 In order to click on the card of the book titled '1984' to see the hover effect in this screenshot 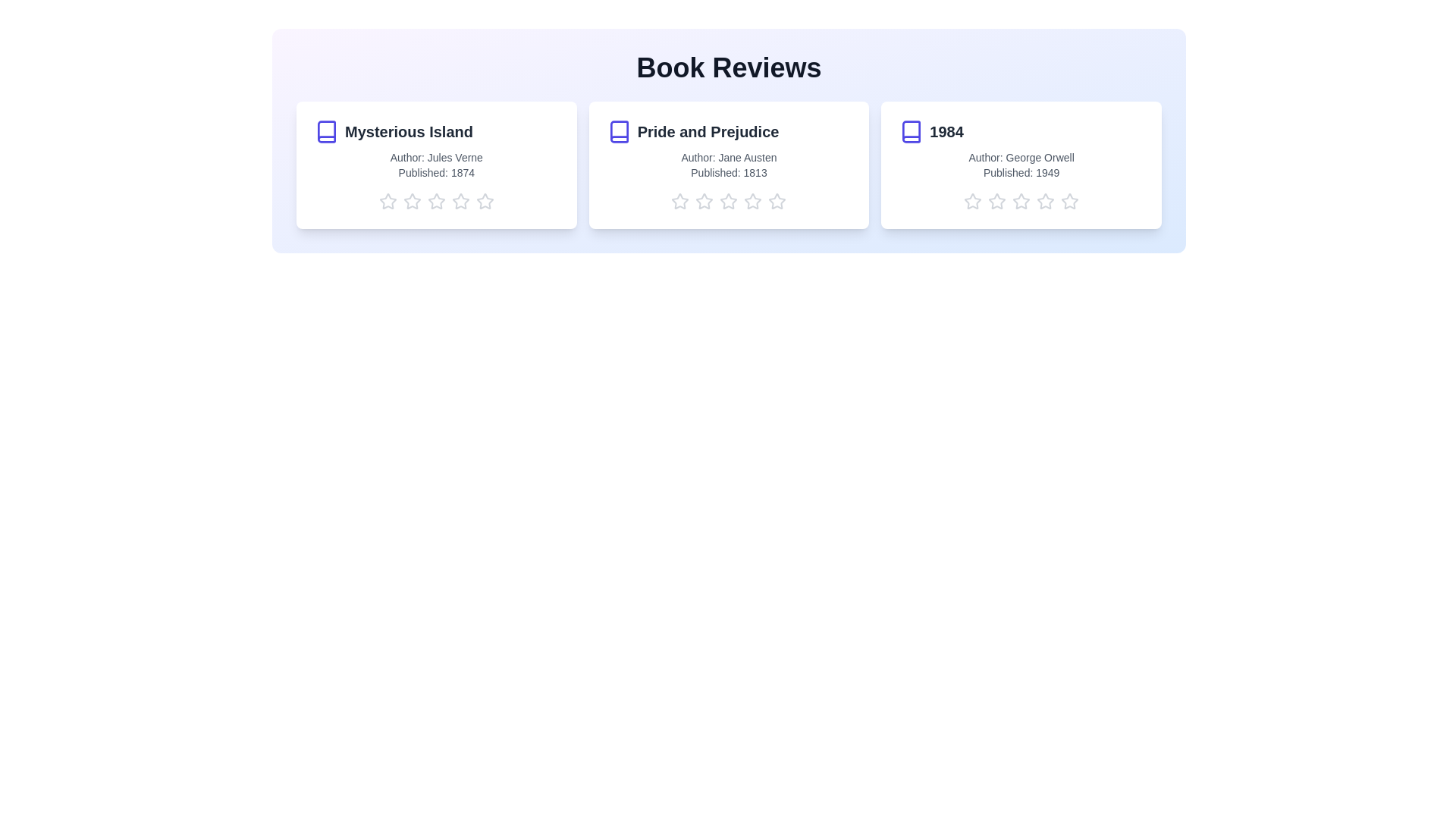, I will do `click(1021, 165)`.